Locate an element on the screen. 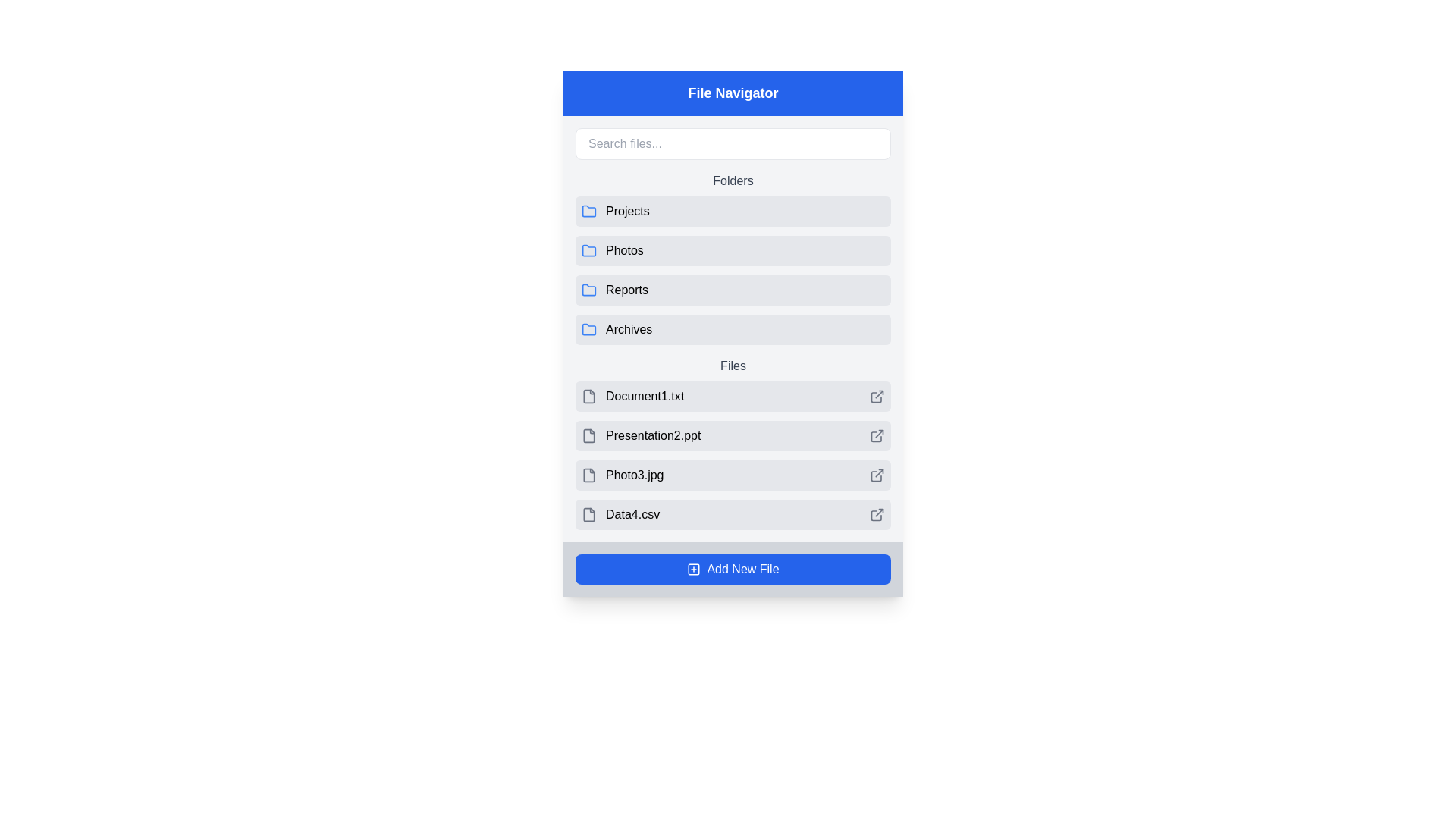  the 'Archives' text label located in the fourth row of the navigation list under the 'Folders' section is located at coordinates (629, 329).